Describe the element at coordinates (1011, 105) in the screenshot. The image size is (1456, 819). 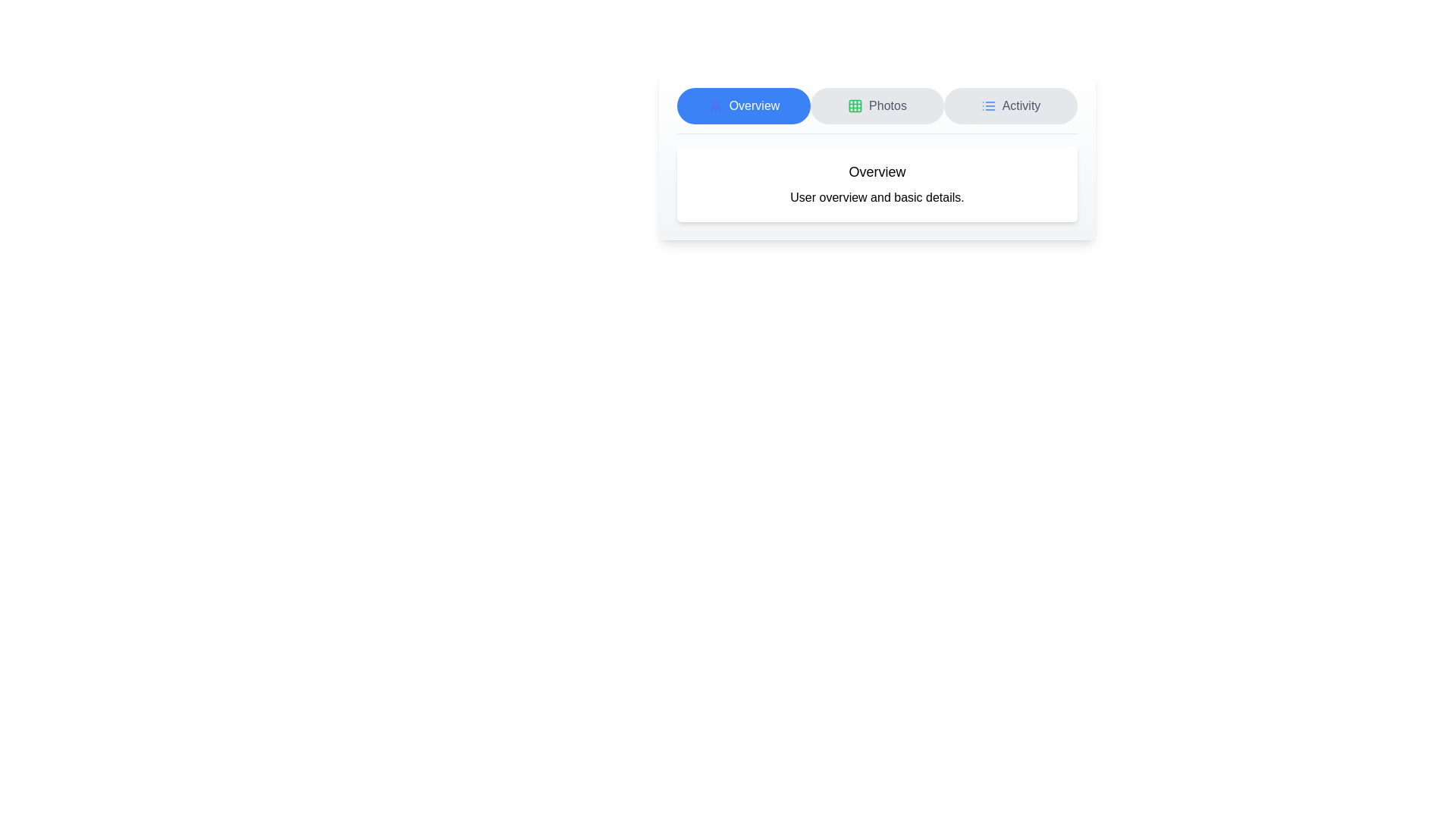
I see `the tab labeled Activity to observe its hover state` at that location.